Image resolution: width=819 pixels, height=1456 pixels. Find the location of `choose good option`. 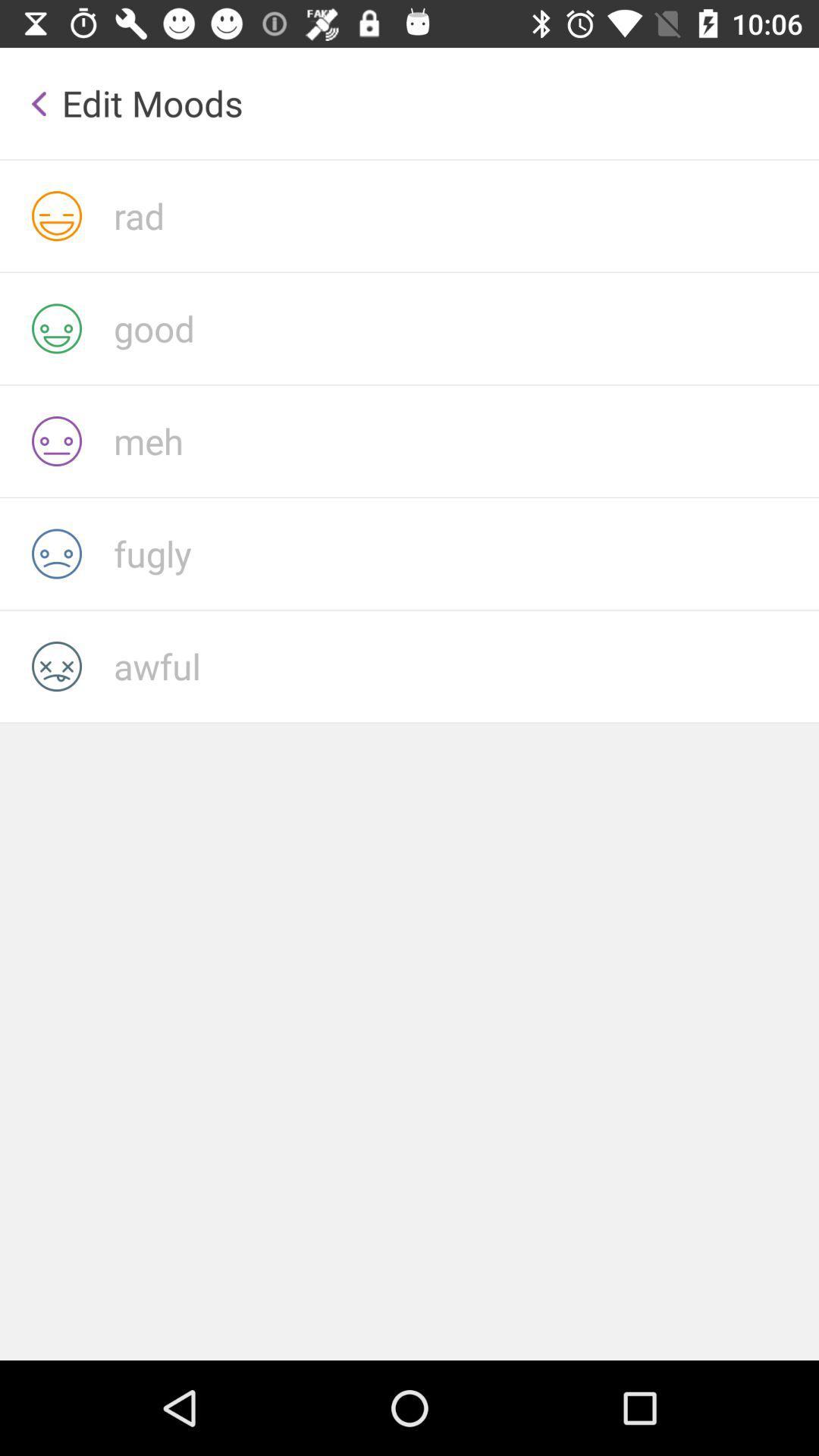

choose good option is located at coordinates (465, 328).